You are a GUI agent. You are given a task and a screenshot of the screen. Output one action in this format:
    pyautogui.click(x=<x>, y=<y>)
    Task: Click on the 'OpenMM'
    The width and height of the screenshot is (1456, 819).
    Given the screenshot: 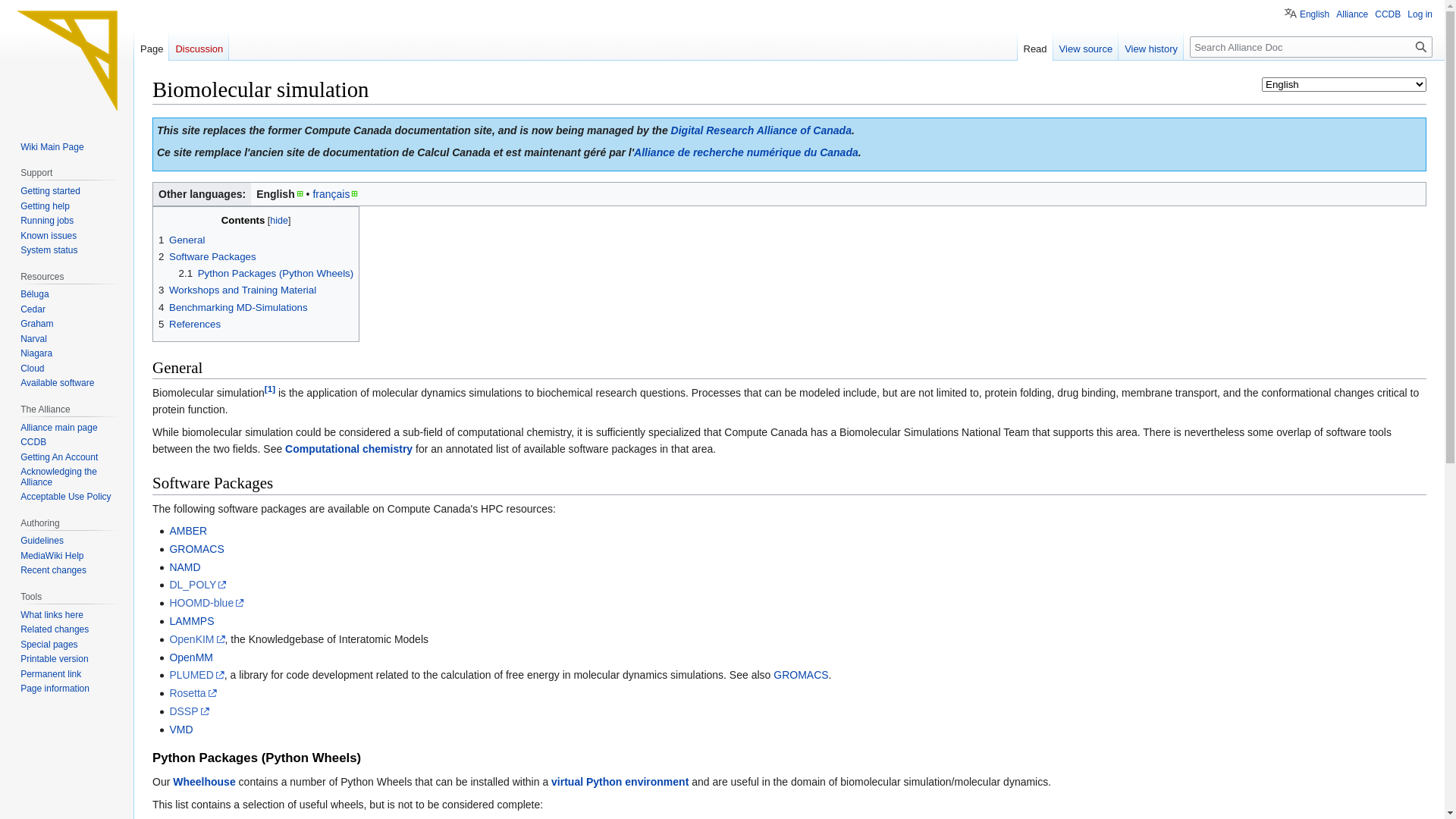 What is the action you would take?
    pyautogui.click(x=190, y=657)
    